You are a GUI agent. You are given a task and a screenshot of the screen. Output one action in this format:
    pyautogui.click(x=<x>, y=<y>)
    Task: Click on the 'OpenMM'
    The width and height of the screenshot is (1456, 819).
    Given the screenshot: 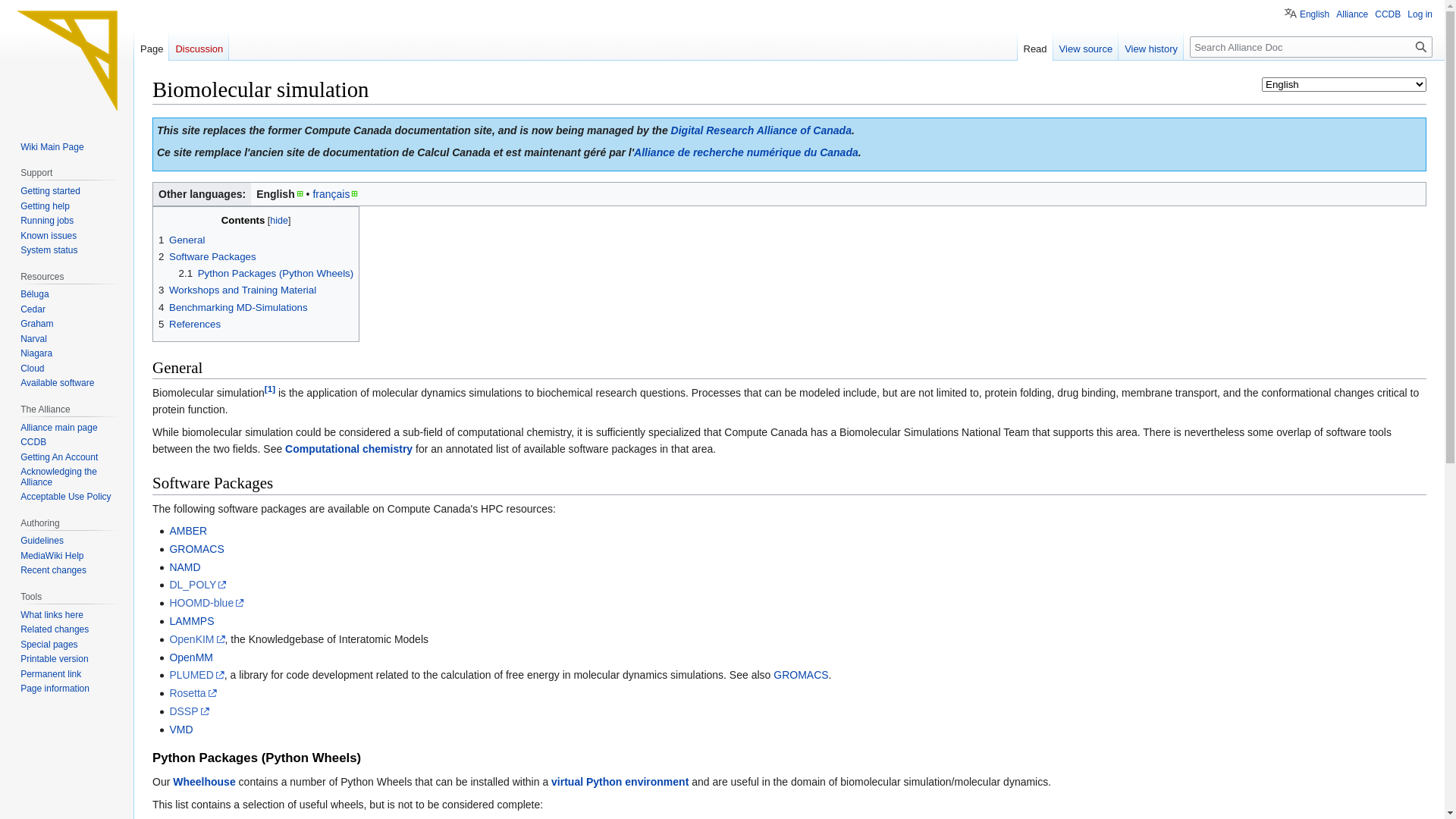 What is the action you would take?
    pyautogui.click(x=190, y=657)
    